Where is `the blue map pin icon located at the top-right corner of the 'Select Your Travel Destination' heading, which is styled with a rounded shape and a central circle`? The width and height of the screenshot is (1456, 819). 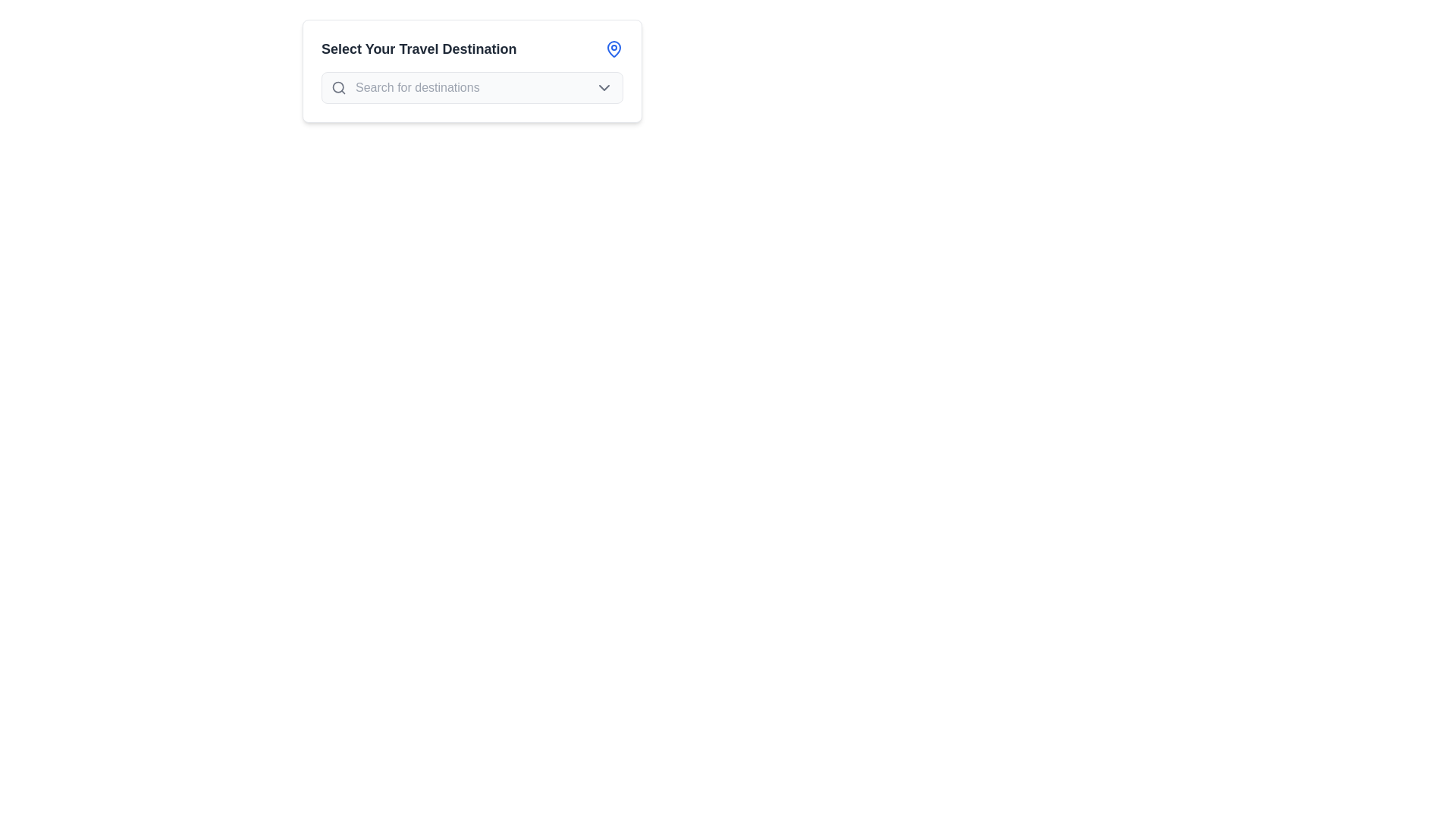
the blue map pin icon located at the top-right corner of the 'Select Your Travel Destination' heading, which is styled with a rounded shape and a central circle is located at coordinates (614, 49).